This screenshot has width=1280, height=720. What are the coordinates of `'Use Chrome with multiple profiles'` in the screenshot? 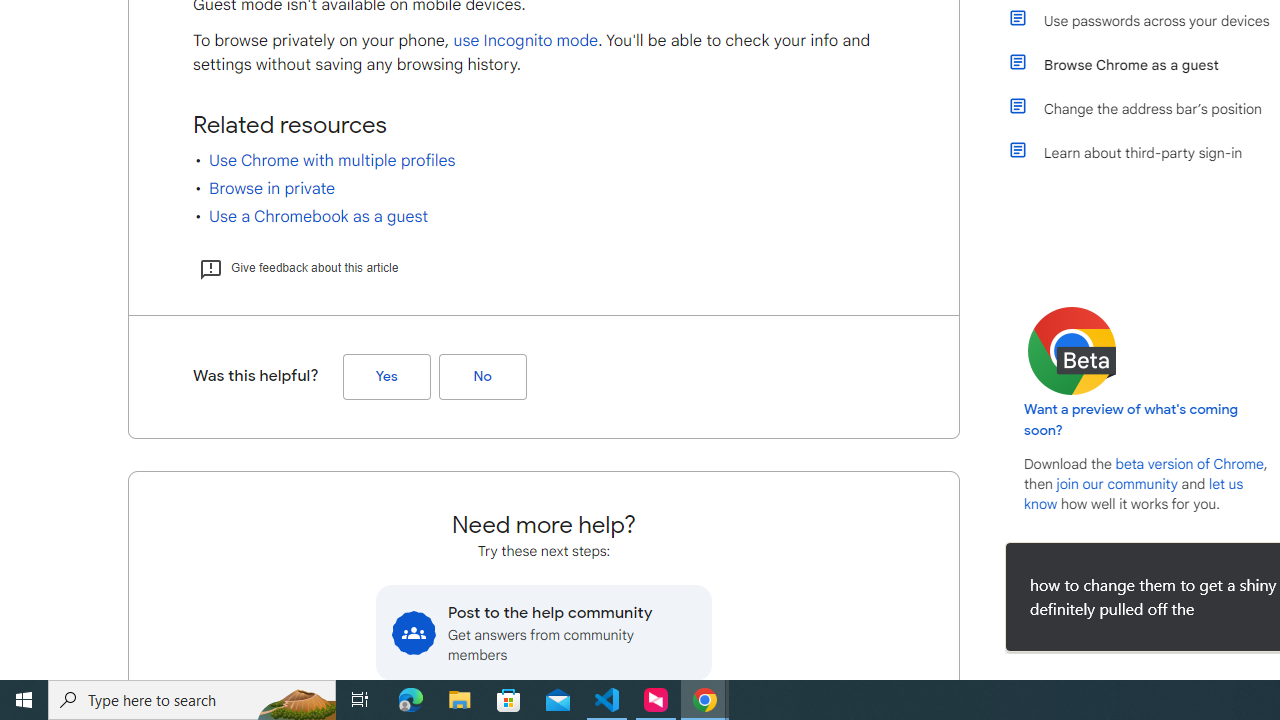 It's located at (332, 160).